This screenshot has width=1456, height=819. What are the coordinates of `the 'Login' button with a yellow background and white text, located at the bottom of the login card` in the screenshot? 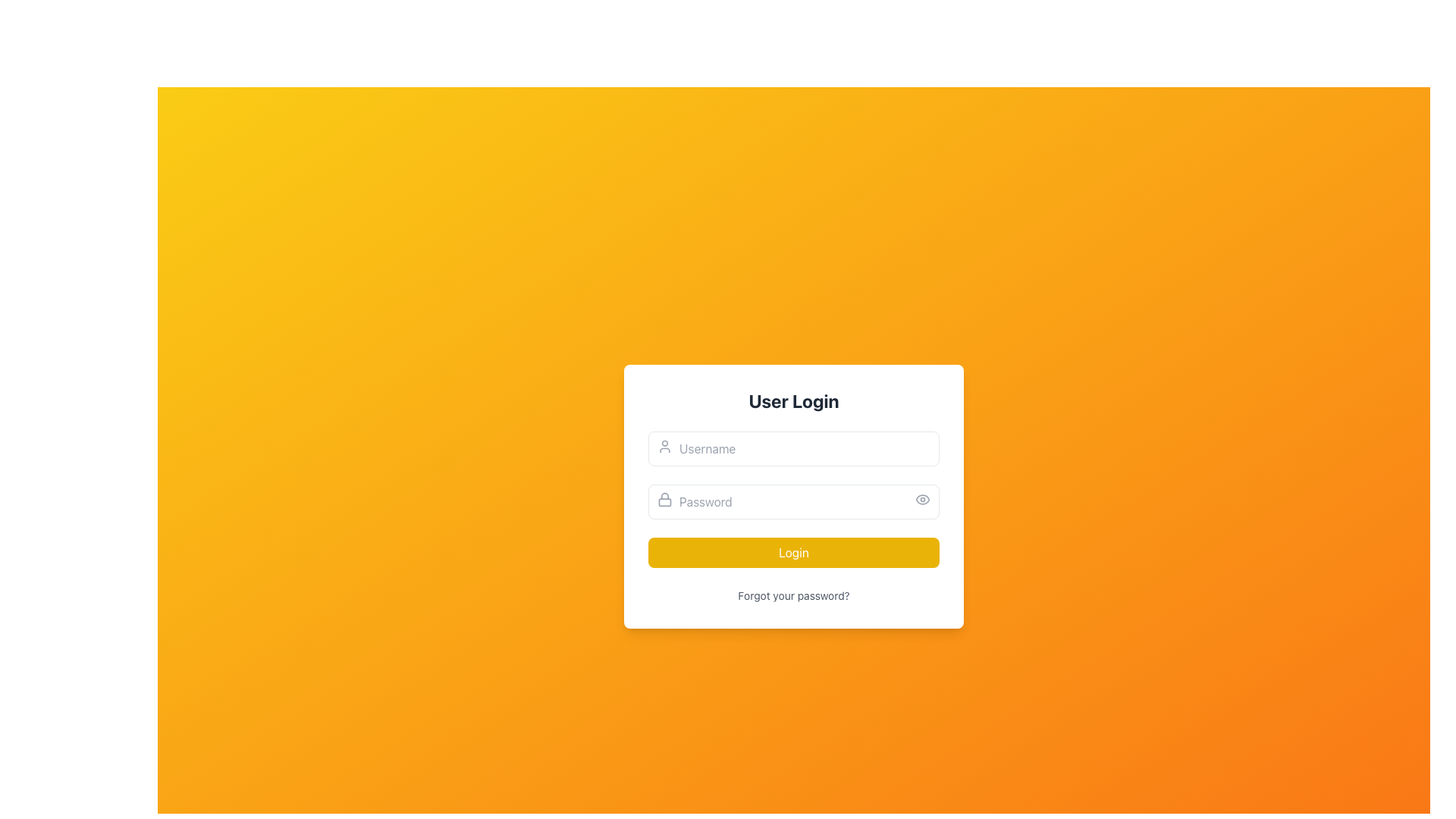 It's located at (792, 553).